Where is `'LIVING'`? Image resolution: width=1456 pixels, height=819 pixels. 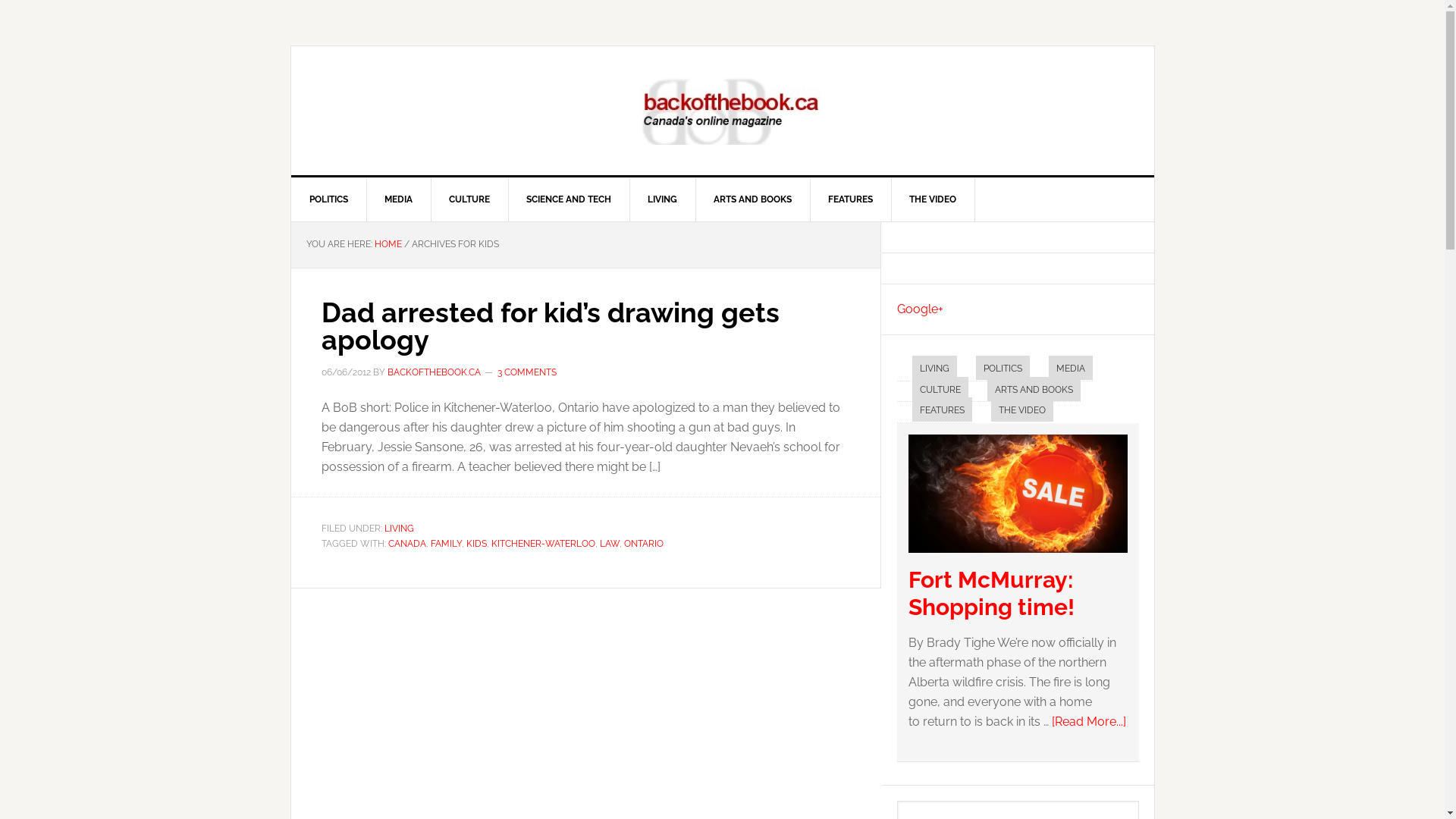 'LIVING' is located at coordinates (629, 198).